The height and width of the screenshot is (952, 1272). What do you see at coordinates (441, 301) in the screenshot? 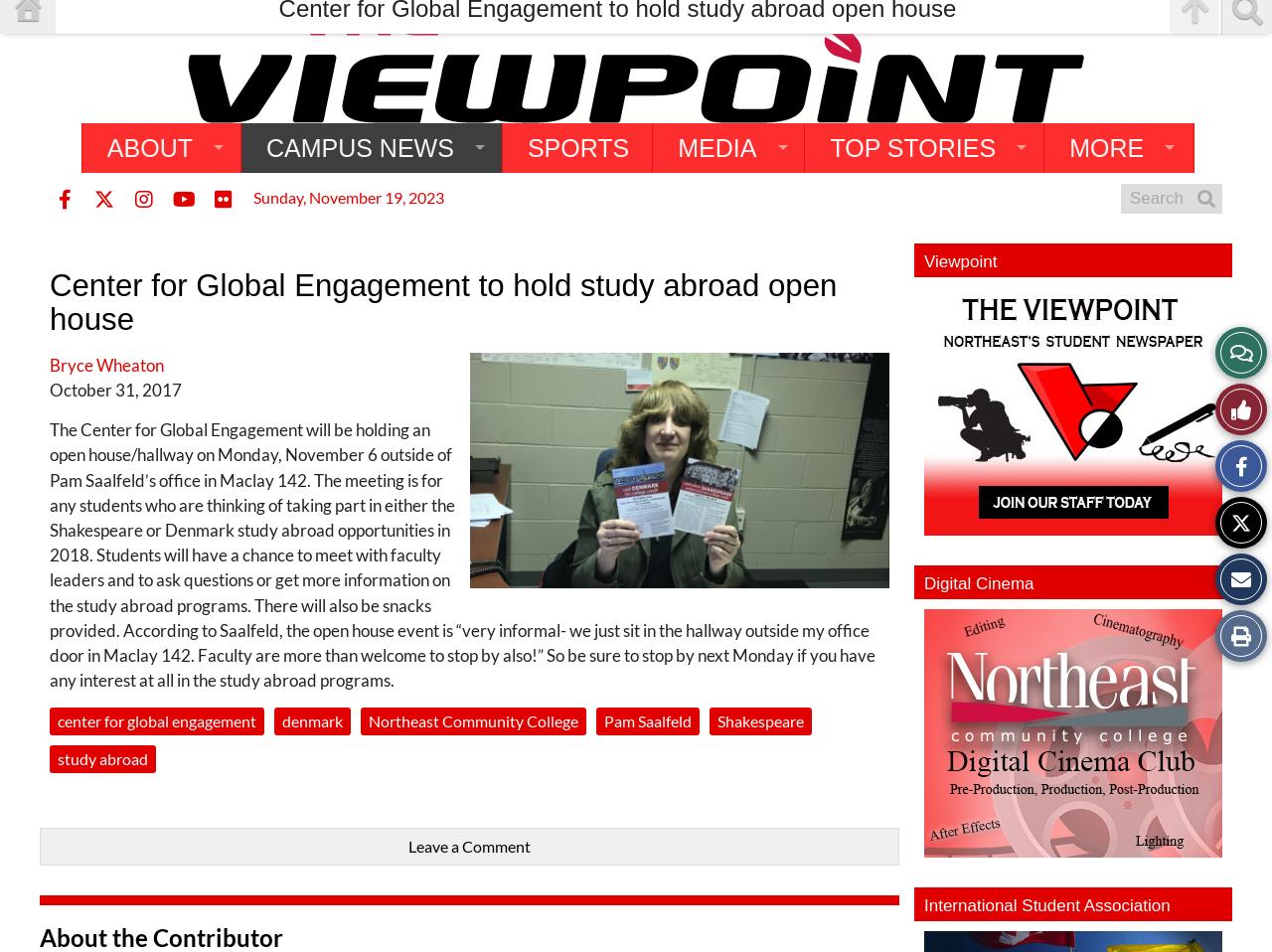
I see `'Center for Global Engagement to hold study abroad open house'` at bounding box center [441, 301].